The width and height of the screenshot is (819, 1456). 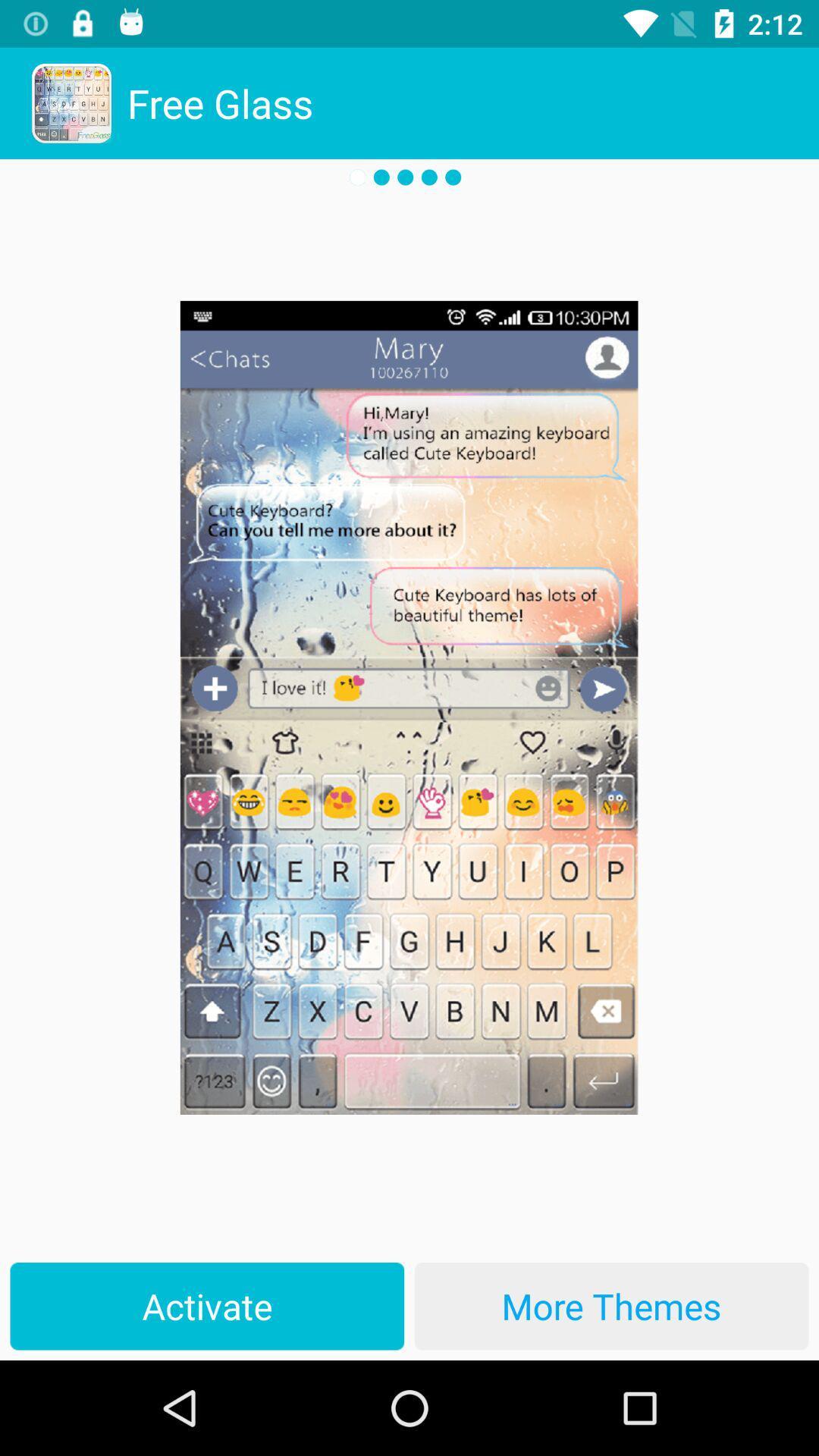 What do you see at coordinates (610, 1305) in the screenshot?
I see `more themes icon` at bounding box center [610, 1305].